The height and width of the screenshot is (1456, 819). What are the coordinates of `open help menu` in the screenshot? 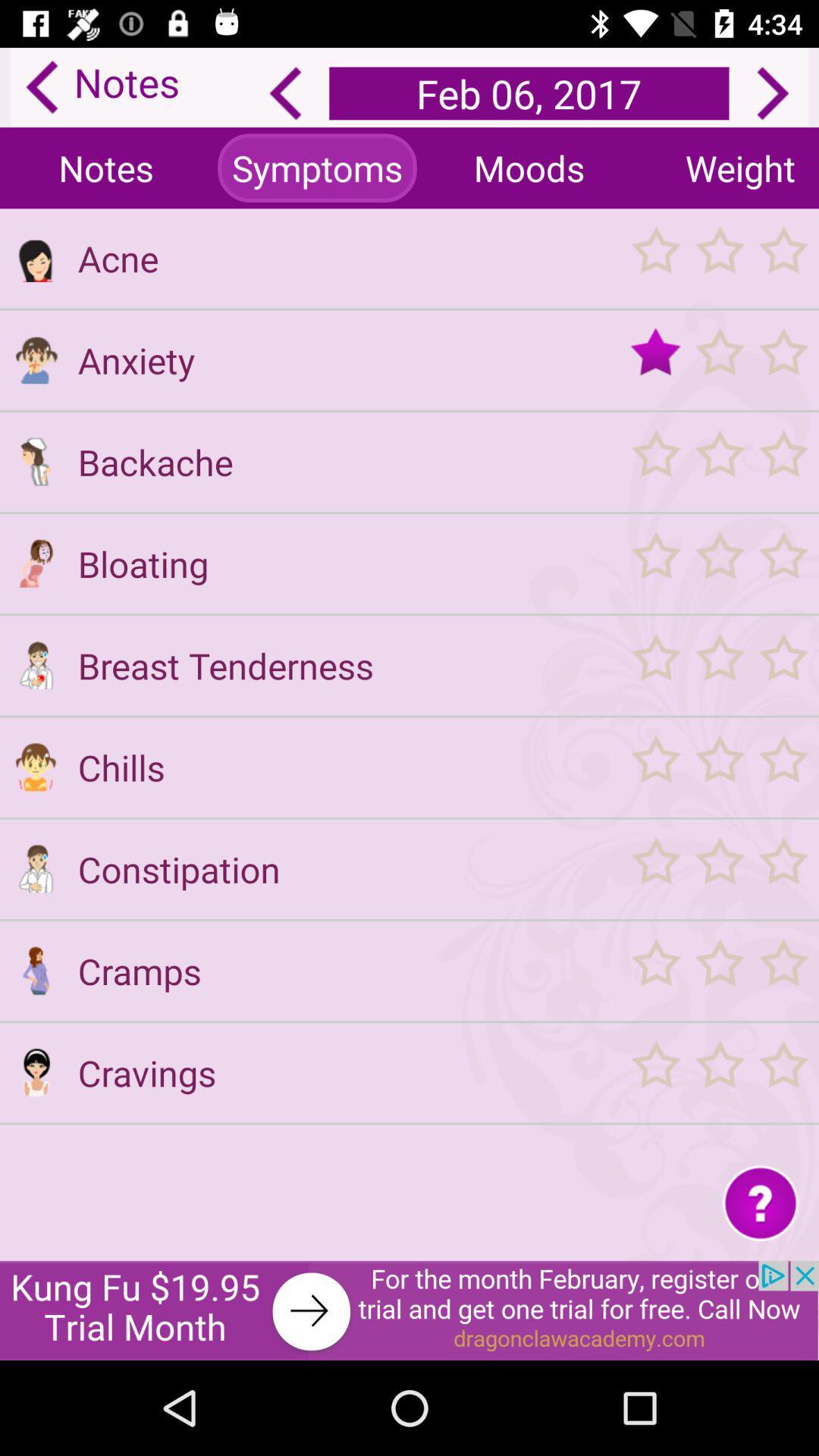 It's located at (761, 1201).